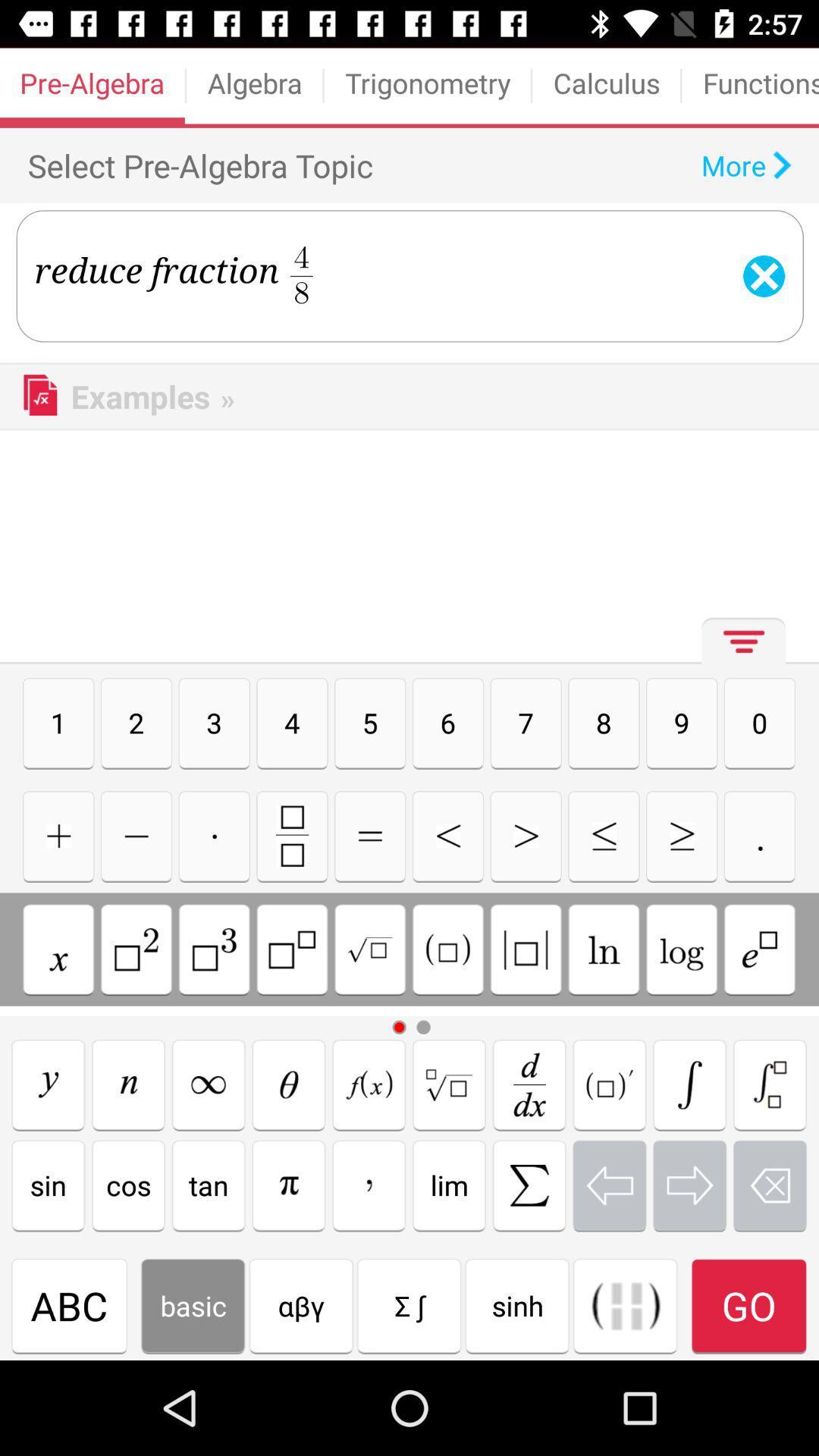 The image size is (819, 1456). What do you see at coordinates (58, 949) in the screenshot?
I see `input x symbol` at bounding box center [58, 949].